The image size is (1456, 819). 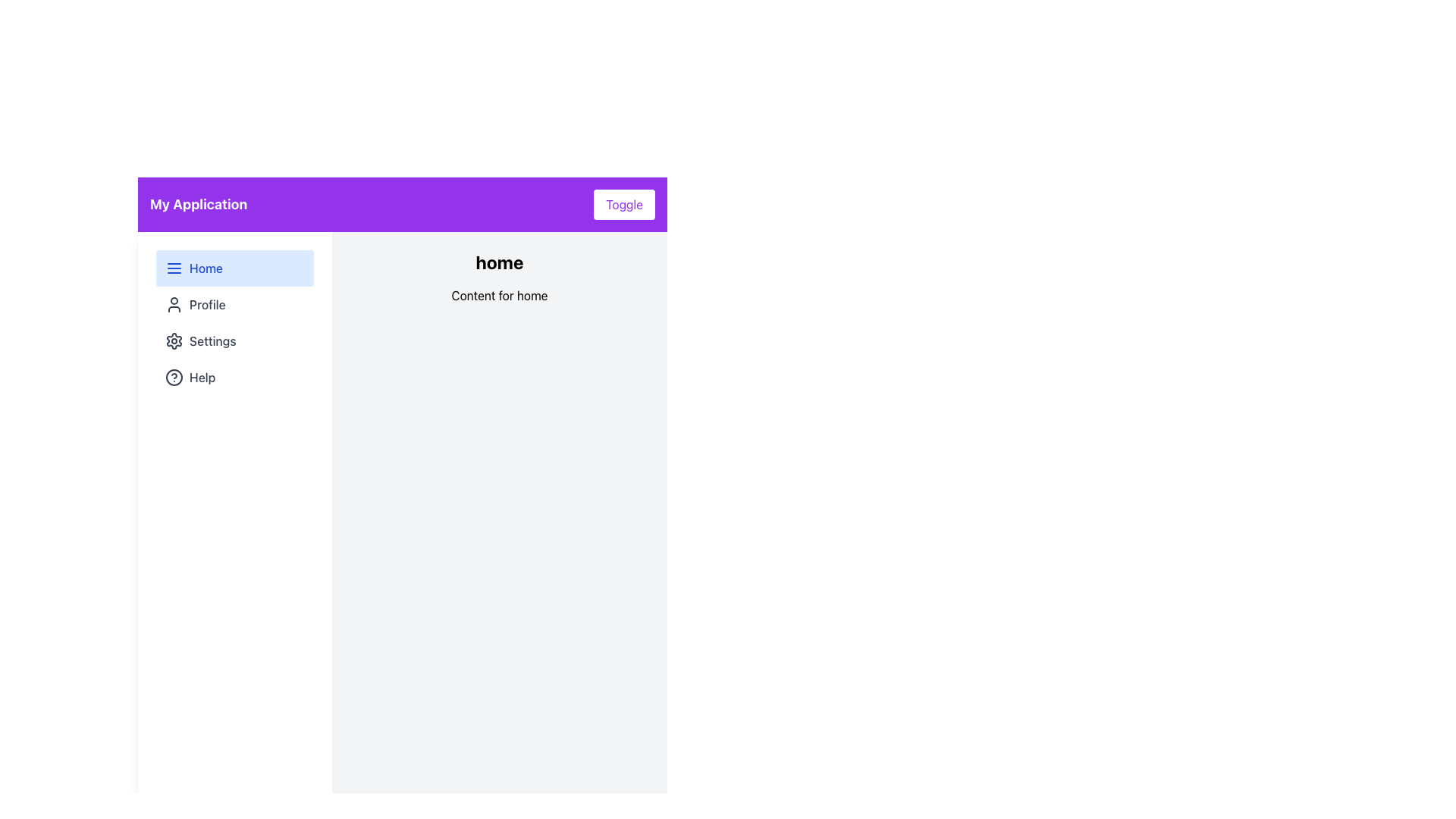 What do you see at coordinates (212, 341) in the screenshot?
I see `the 'Settings' text label in the sidebar menu to trigger tooltips or highlighting effects` at bounding box center [212, 341].